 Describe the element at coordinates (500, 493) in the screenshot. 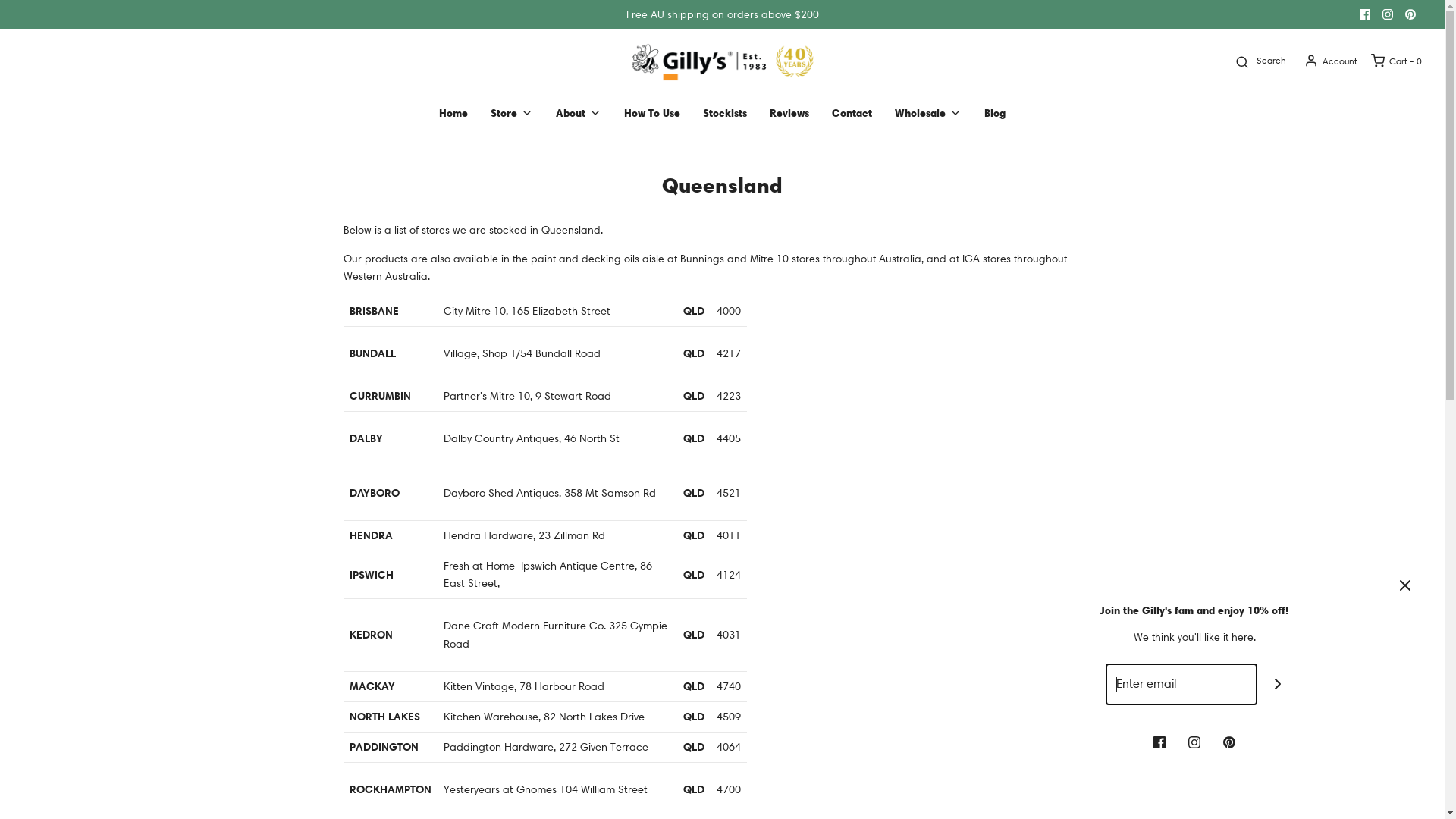

I see `'Dayboro Shed Antiques'` at that location.